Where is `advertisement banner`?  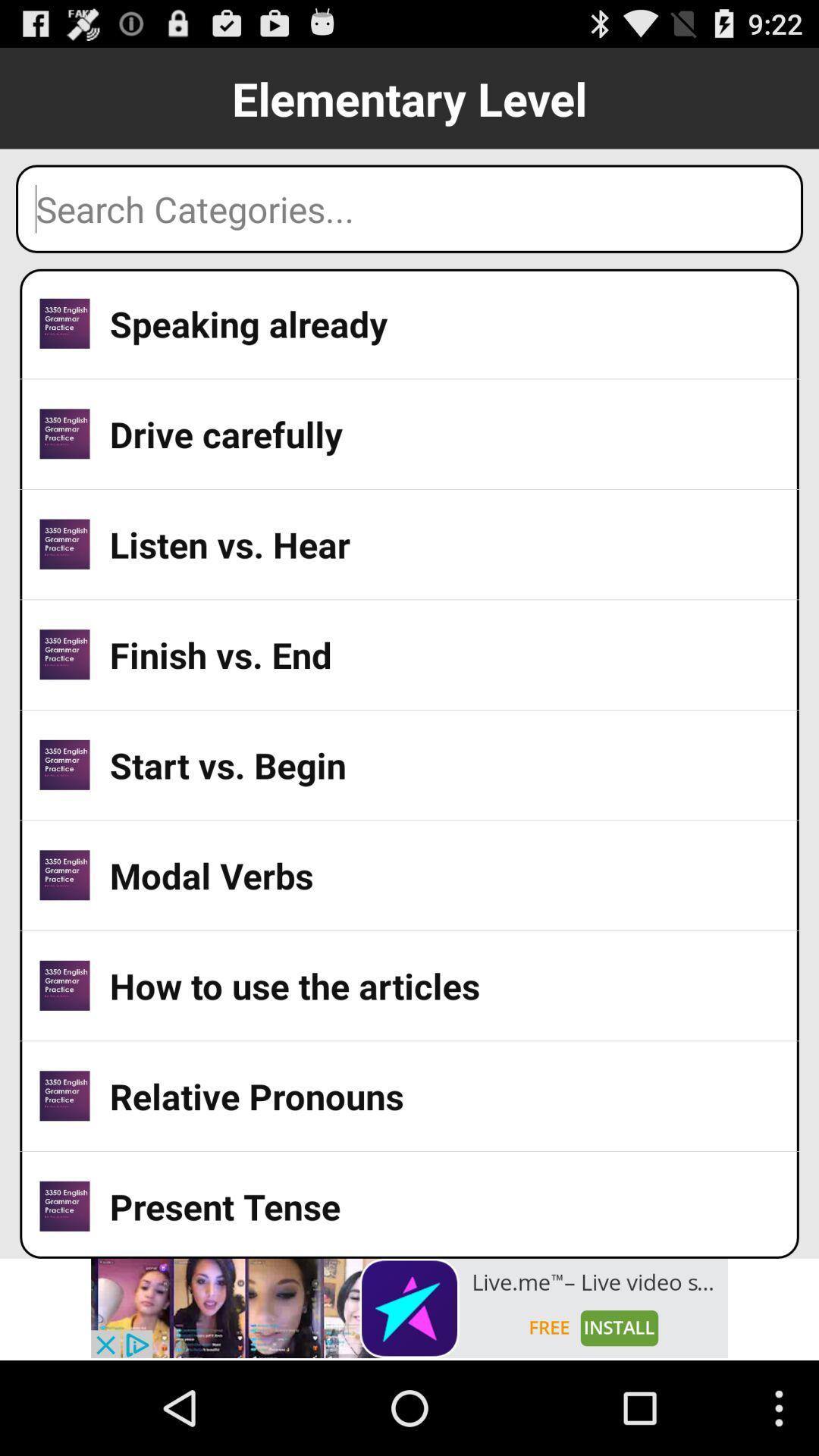 advertisement banner is located at coordinates (409, 1307).